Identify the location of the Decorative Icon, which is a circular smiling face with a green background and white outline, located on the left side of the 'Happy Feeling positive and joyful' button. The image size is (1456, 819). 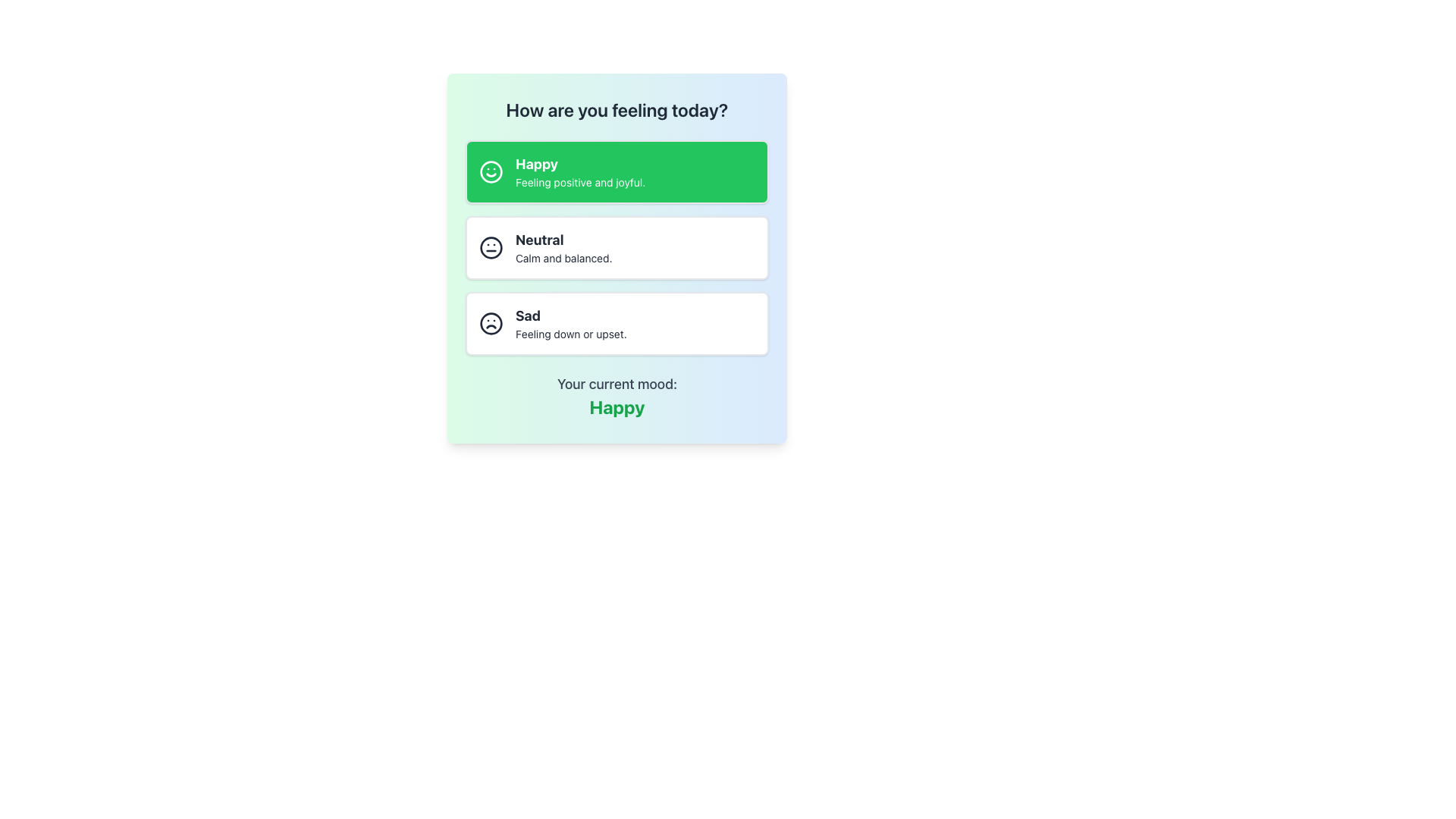
(491, 171).